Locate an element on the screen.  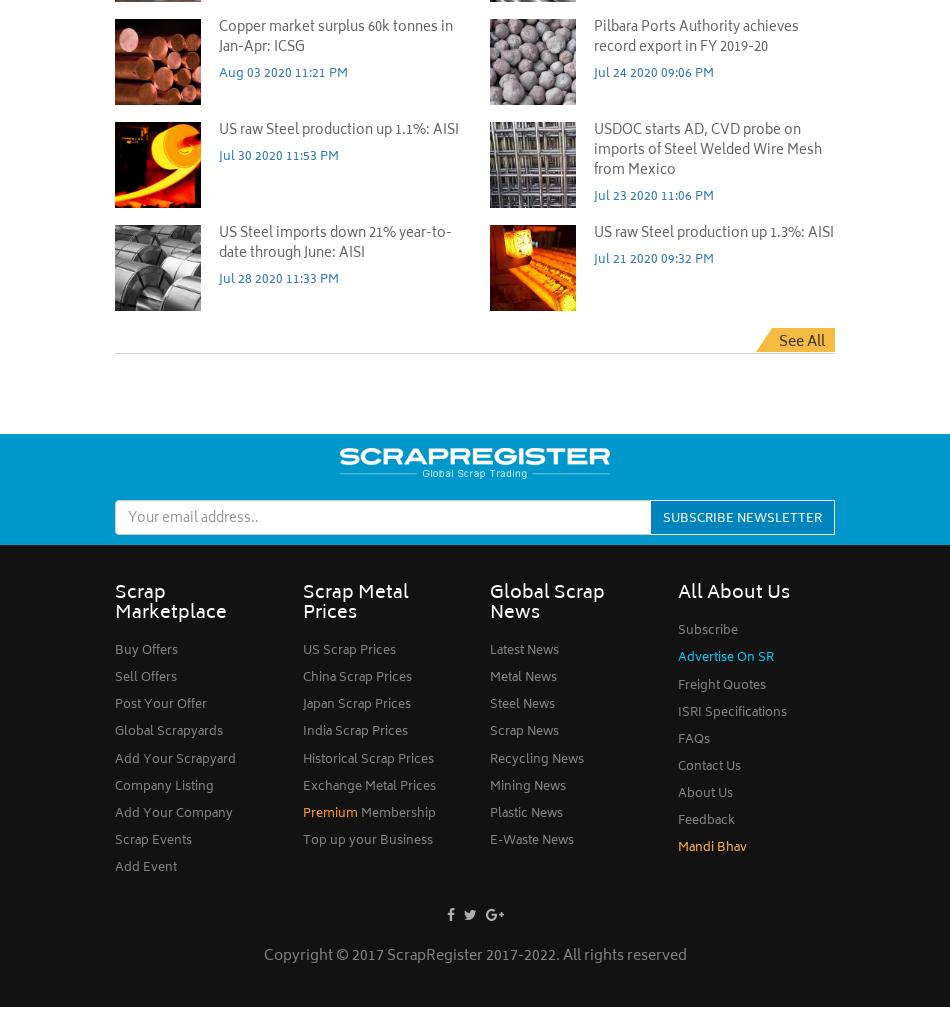
'Scrap Metal Prices' is located at coordinates (354, 603).